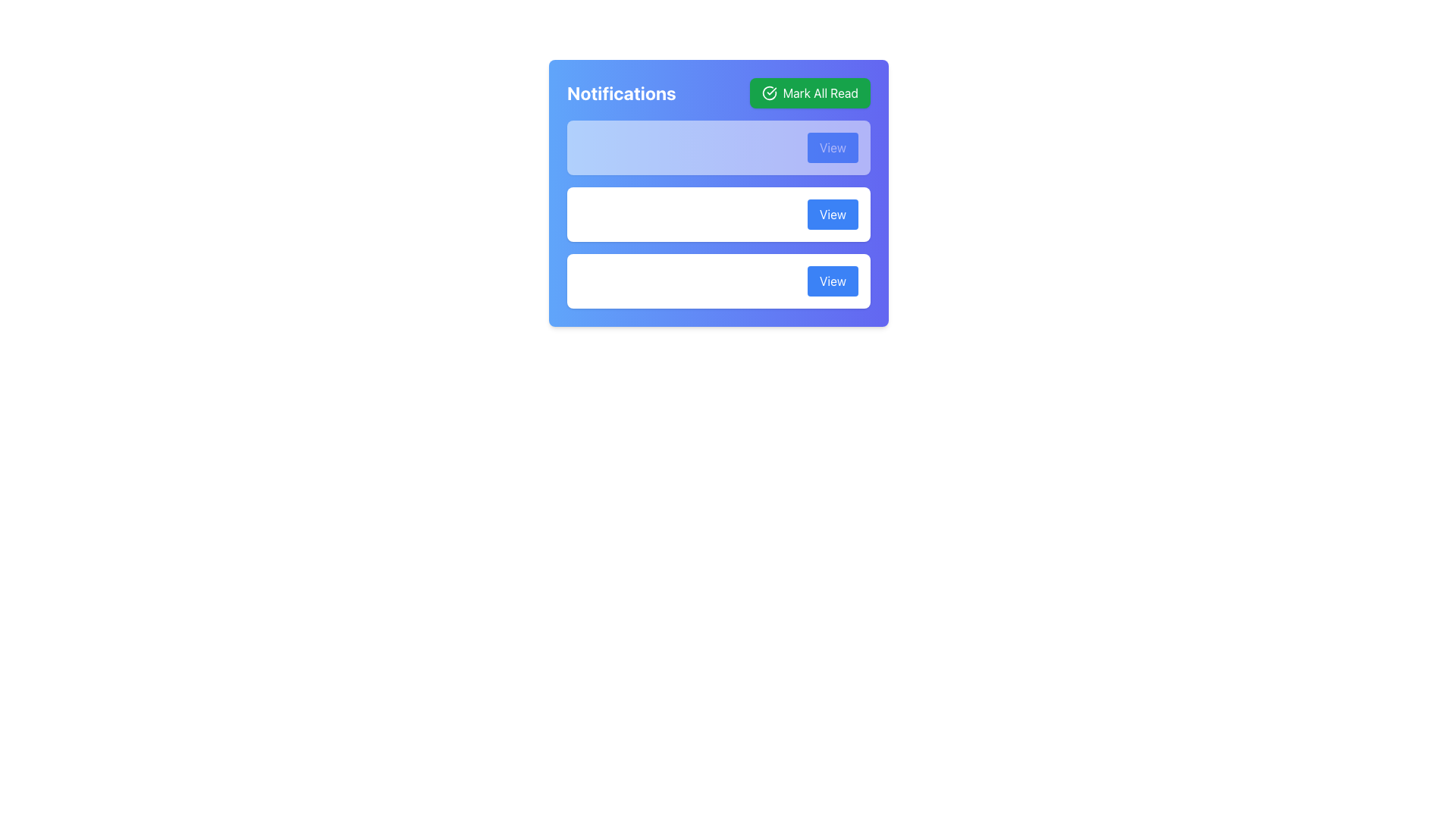  Describe the element at coordinates (832, 214) in the screenshot. I see `the 'View' button with a blue background and white text, located within the 'System update available' notification card` at that location.